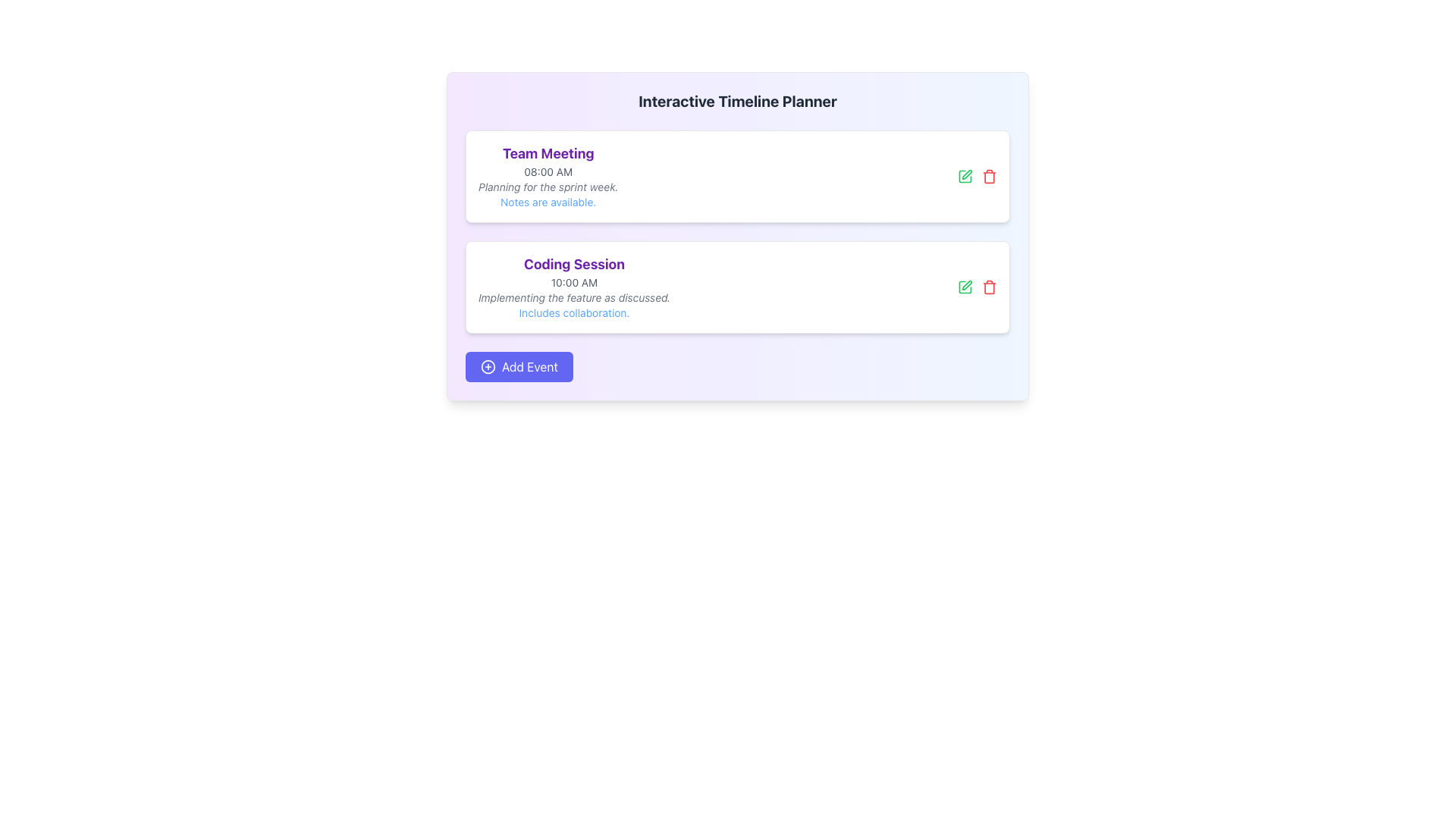  What do you see at coordinates (519, 366) in the screenshot?
I see `the rectangular button with a rounded border and blue background labeled 'Add Event'` at bounding box center [519, 366].